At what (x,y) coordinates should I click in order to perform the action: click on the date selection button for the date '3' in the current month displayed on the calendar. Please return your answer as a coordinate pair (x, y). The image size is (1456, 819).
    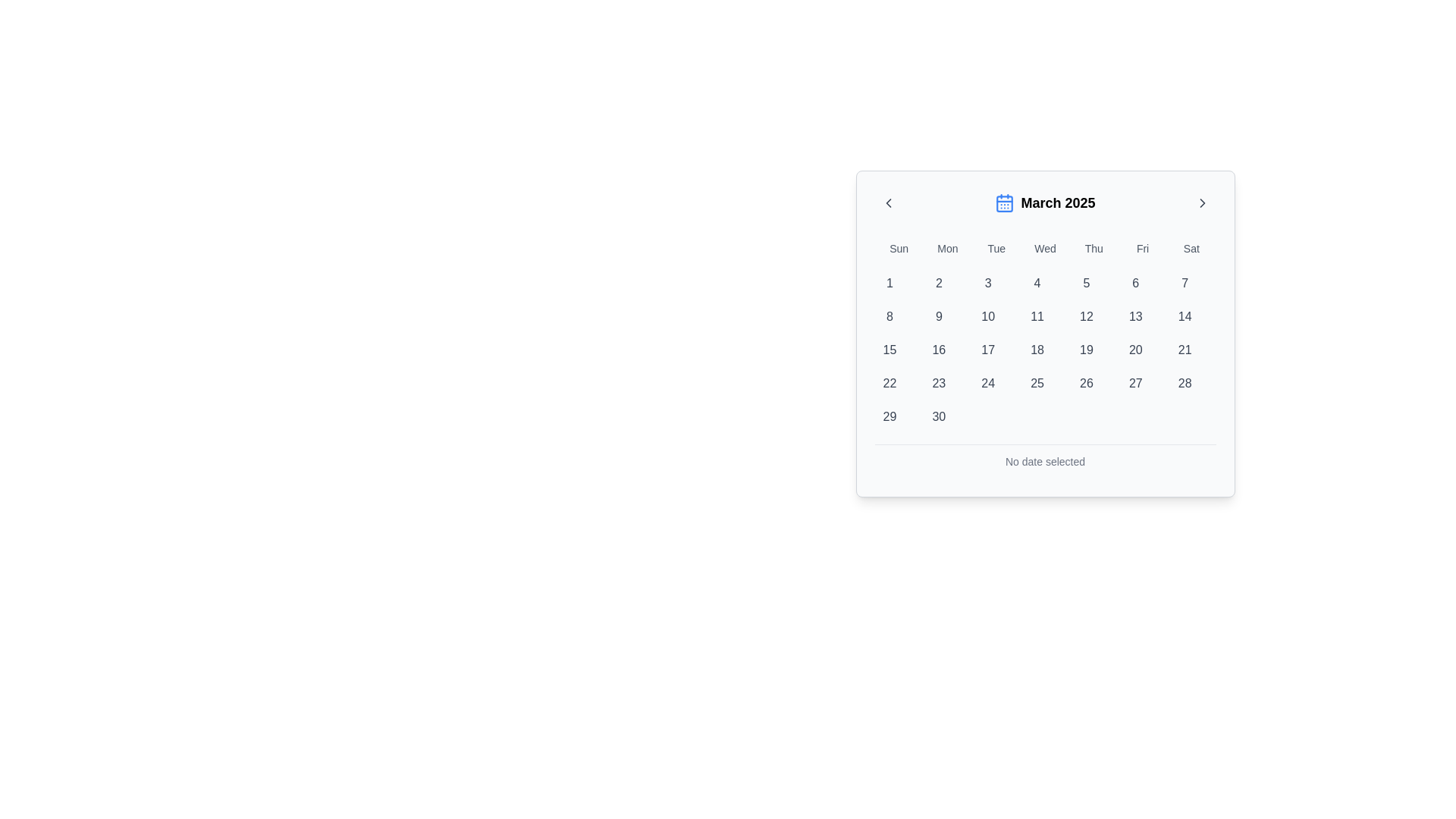
    Looking at the image, I should click on (988, 284).